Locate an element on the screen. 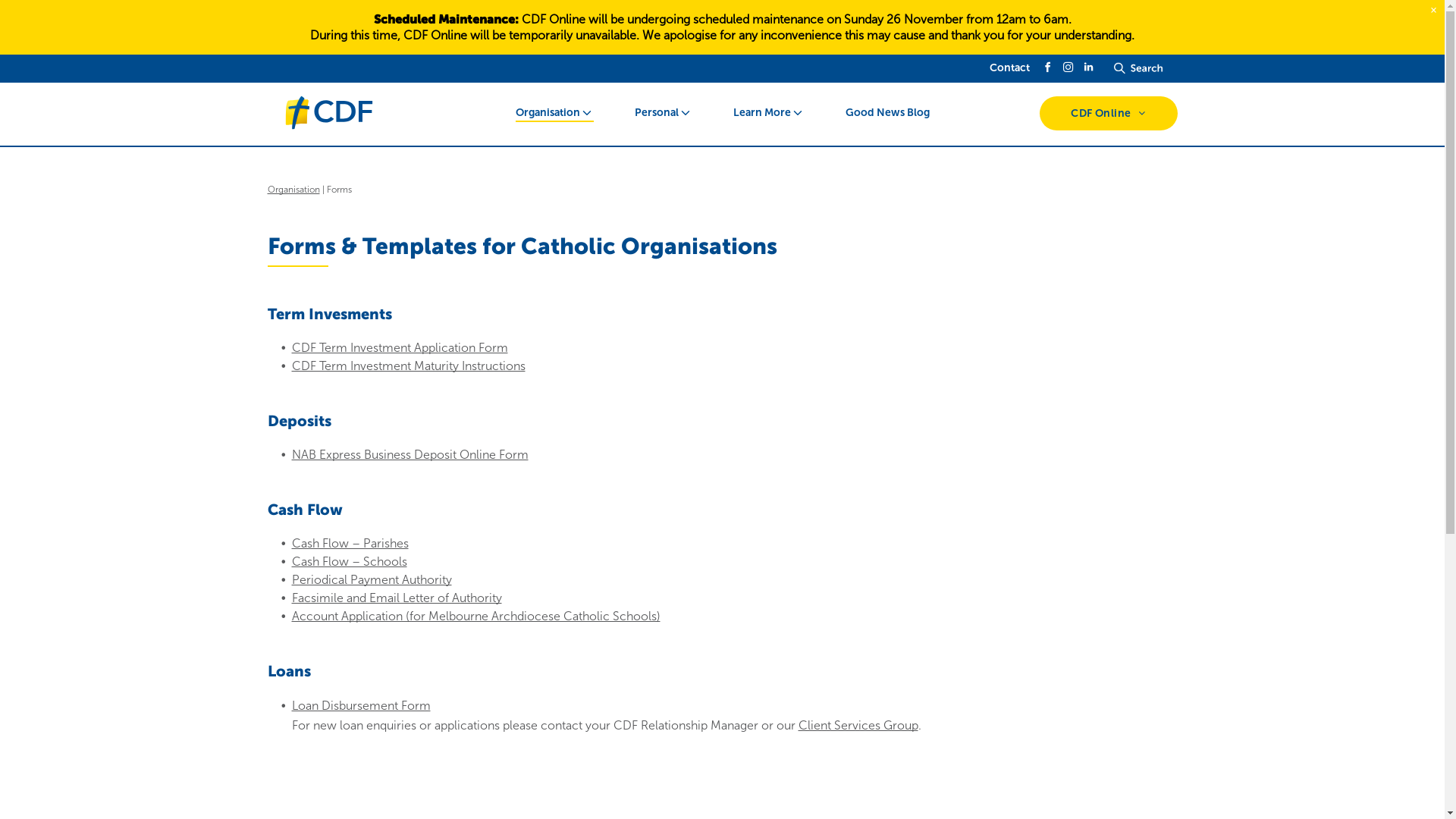 This screenshot has height=819, width=1456. 'Learn More' is located at coordinates (761, 111).